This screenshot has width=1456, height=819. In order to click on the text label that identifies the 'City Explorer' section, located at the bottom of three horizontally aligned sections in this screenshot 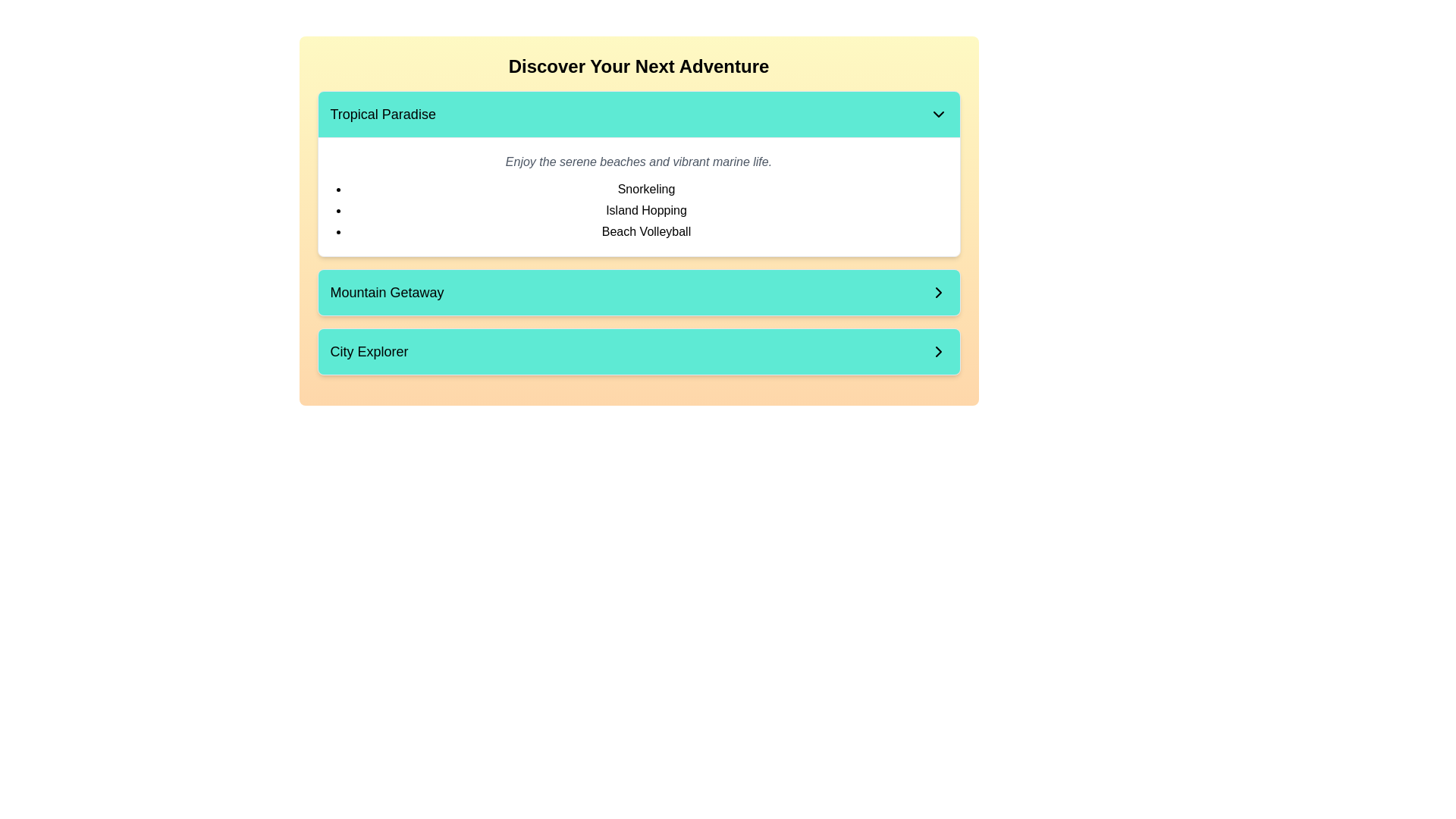, I will do `click(369, 351)`.